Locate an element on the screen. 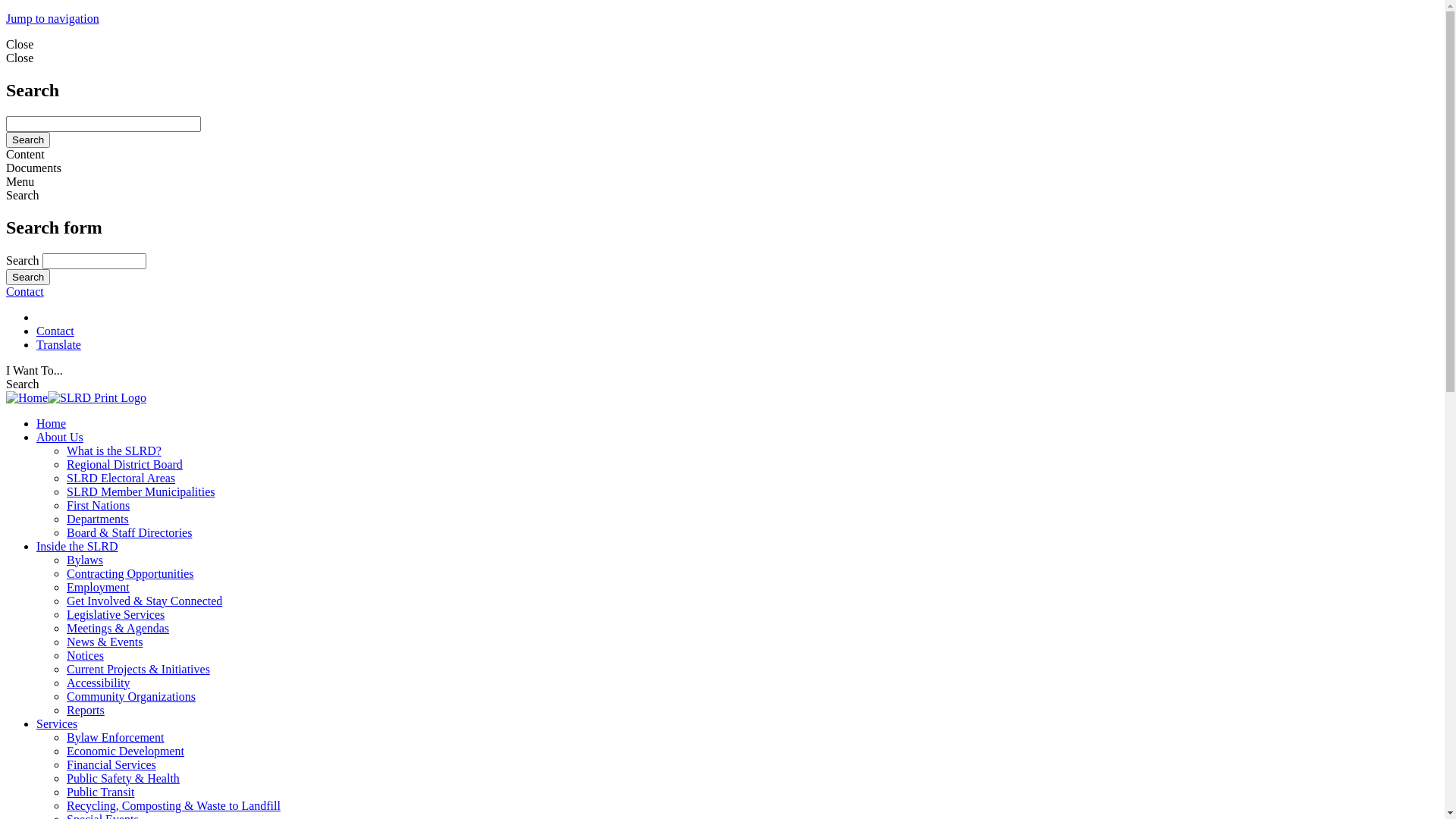  'Inside the SLRD' is located at coordinates (76, 546).